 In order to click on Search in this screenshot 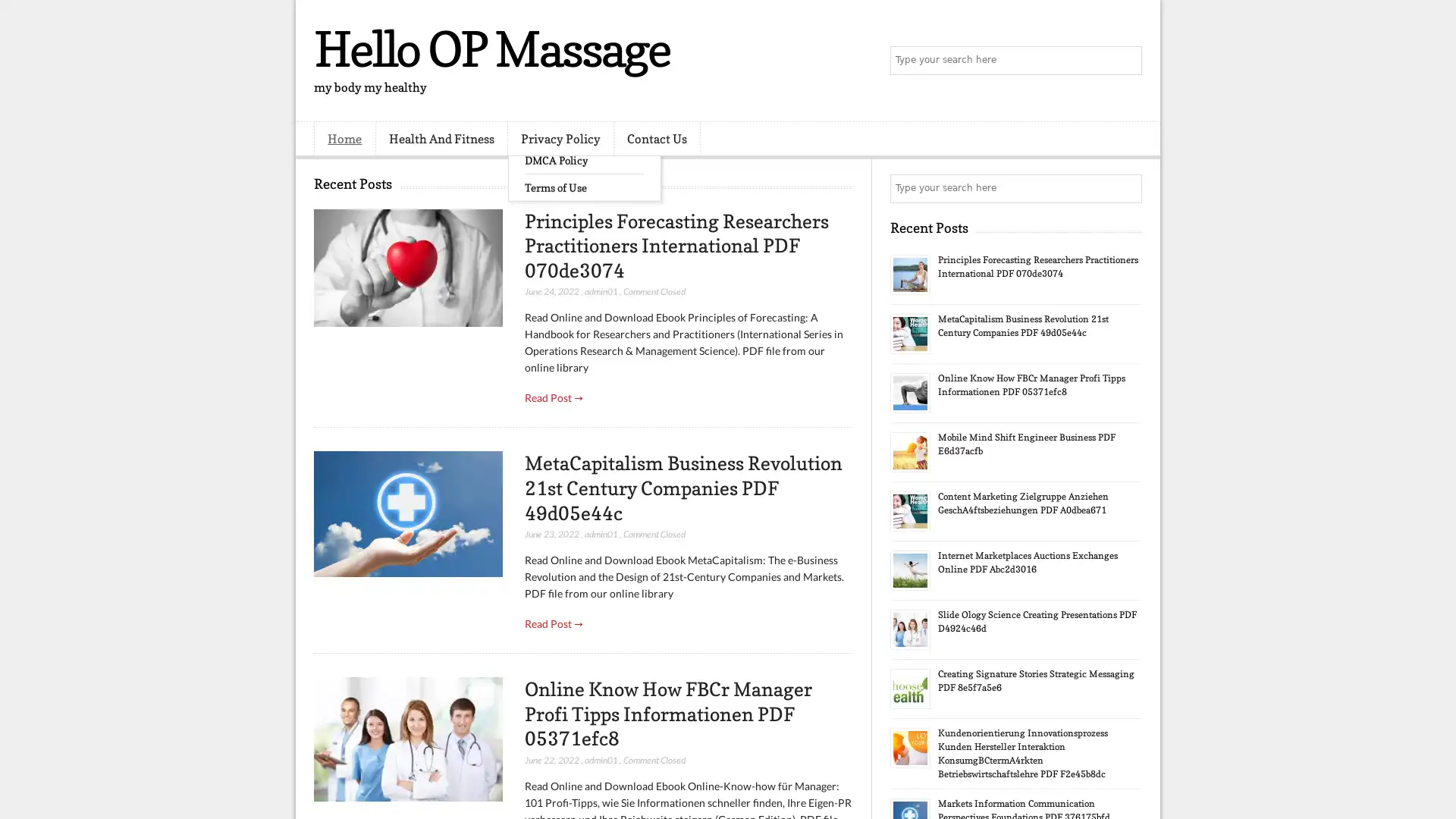, I will do `click(1126, 188)`.